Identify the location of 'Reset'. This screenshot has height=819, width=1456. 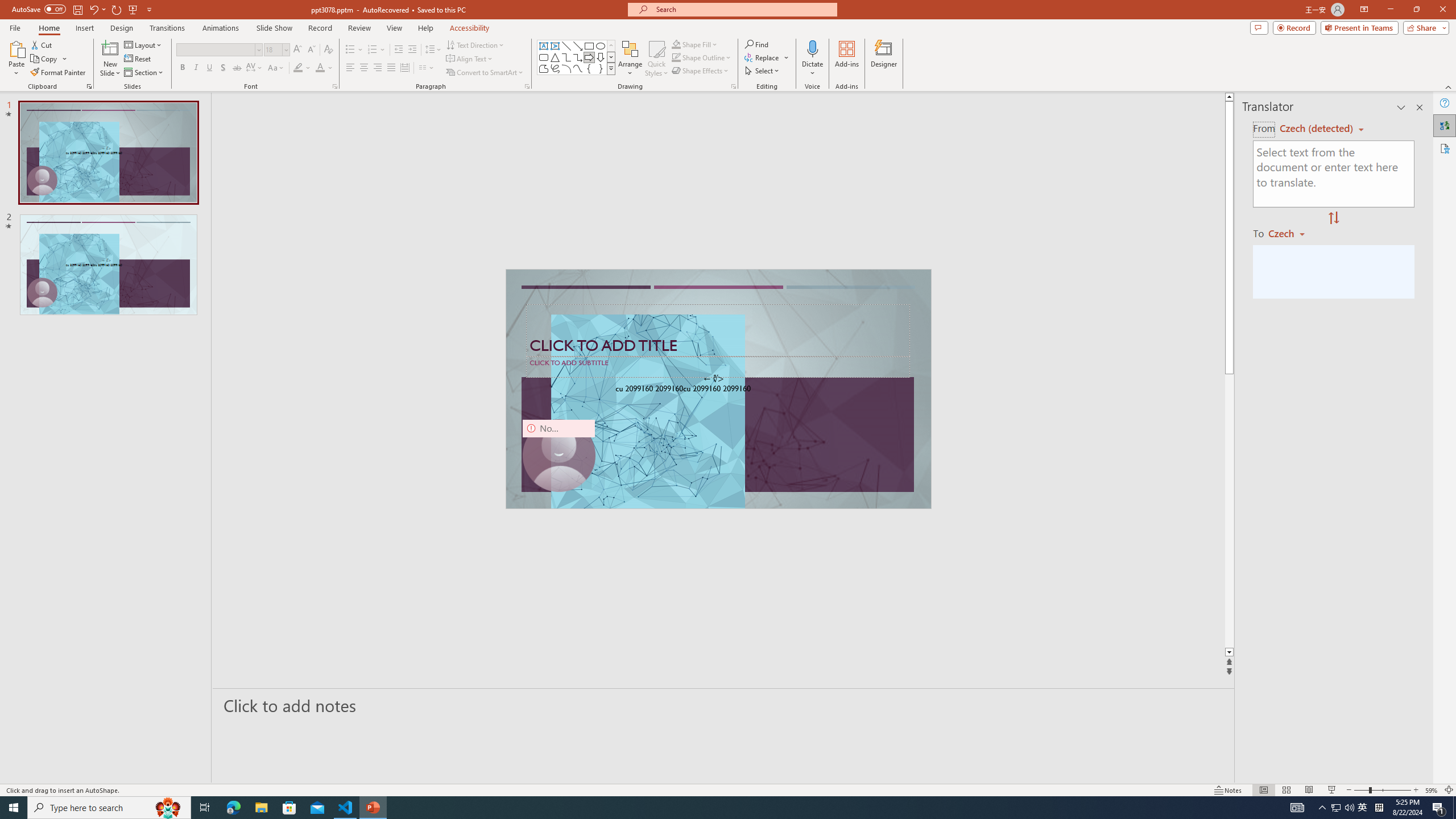
(138, 59).